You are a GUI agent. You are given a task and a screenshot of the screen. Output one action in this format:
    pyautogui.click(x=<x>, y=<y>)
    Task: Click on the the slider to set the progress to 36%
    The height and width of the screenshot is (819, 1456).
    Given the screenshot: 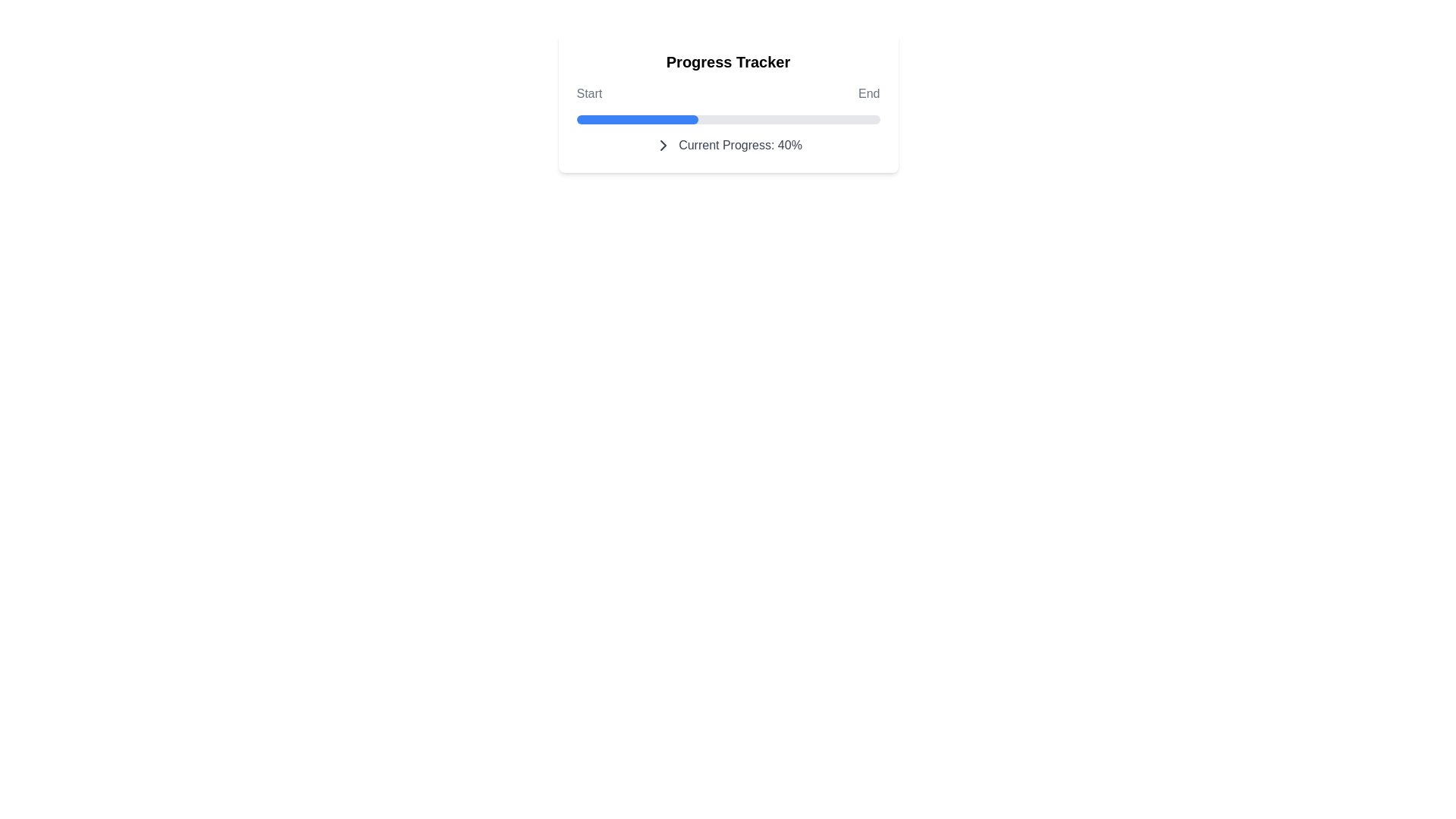 What is the action you would take?
    pyautogui.click(x=836, y=119)
    